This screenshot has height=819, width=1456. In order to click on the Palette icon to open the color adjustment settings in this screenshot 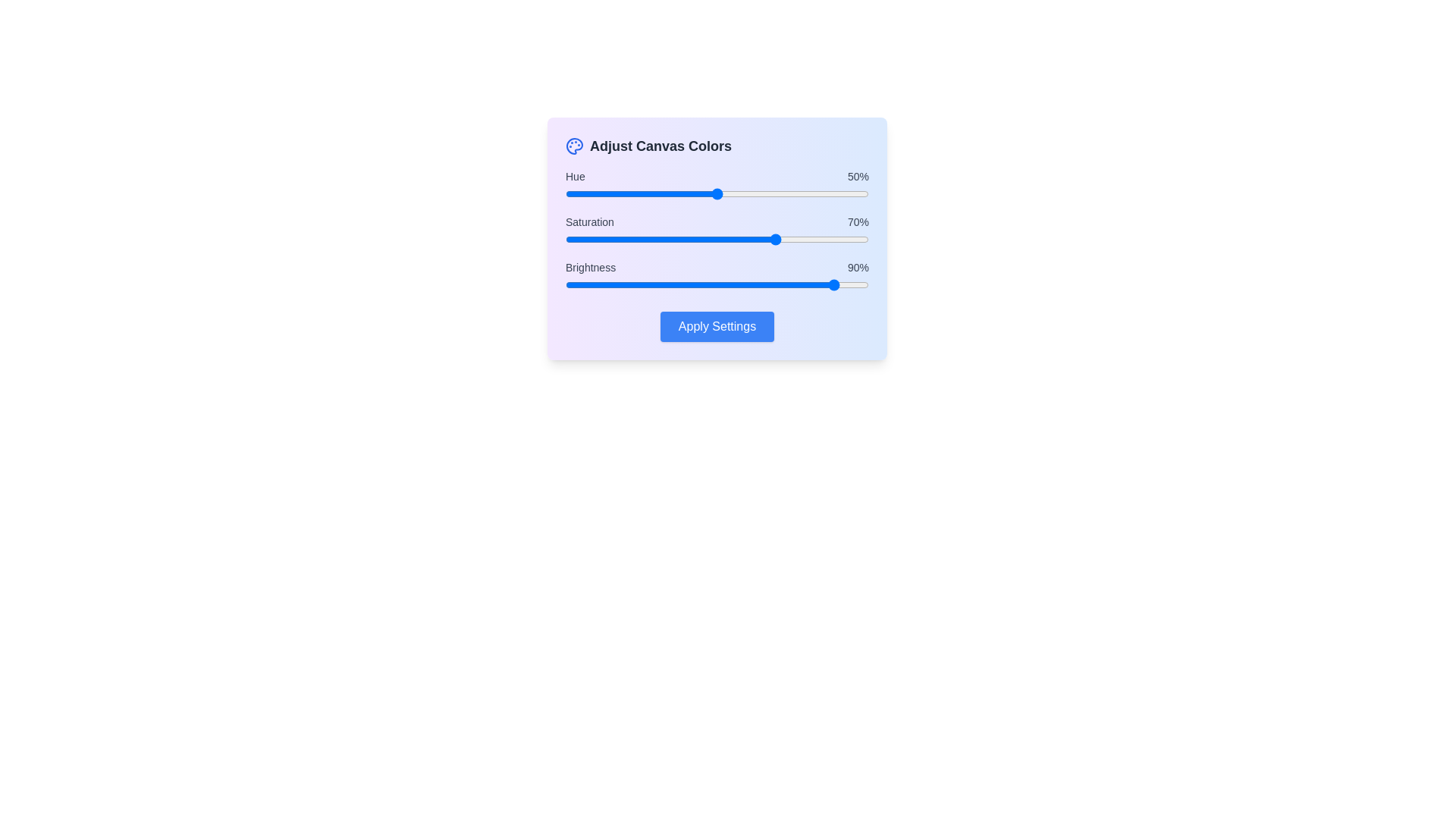, I will do `click(574, 146)`.